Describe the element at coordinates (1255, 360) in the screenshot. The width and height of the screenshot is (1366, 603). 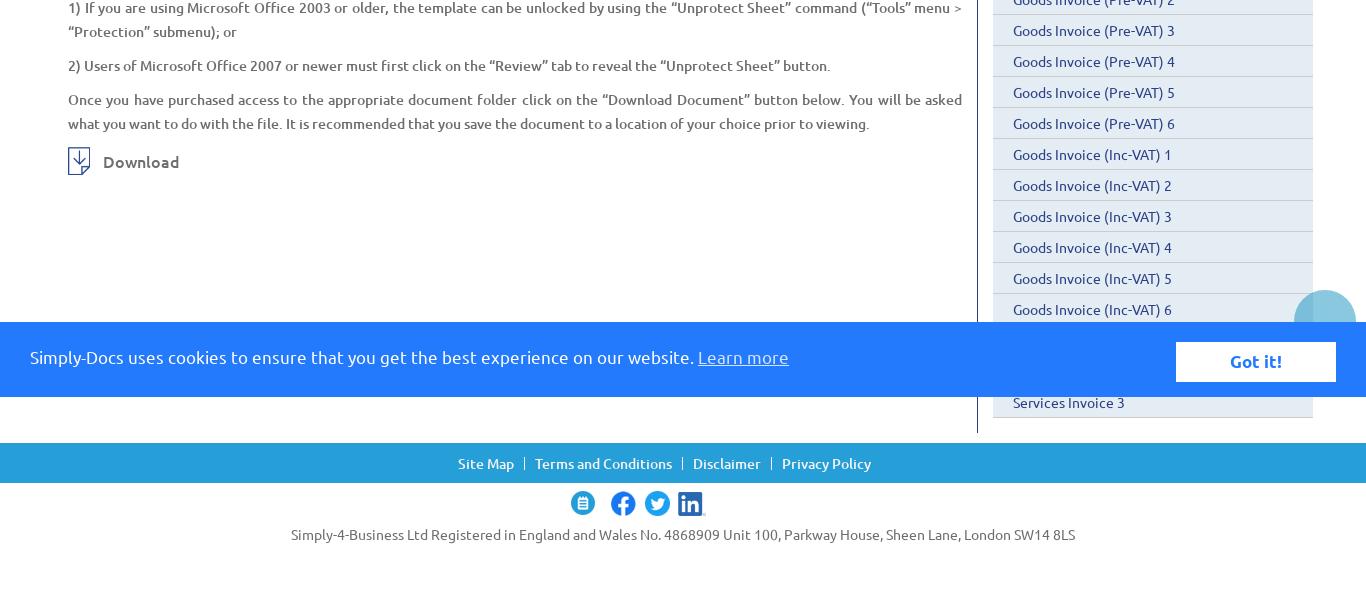
I see `'Got it!'` at that location.